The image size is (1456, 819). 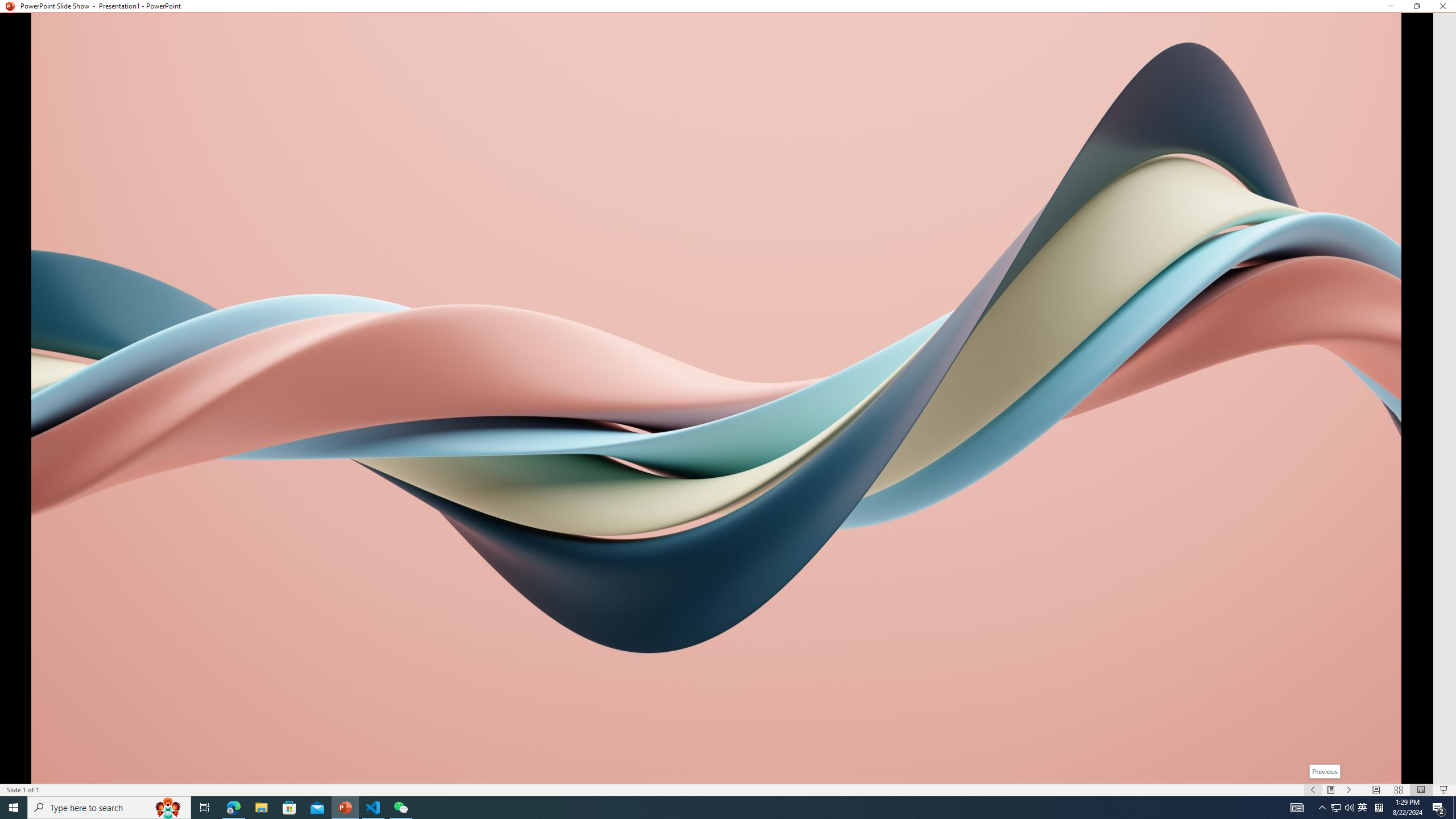 What do you see at coordinates (1349, 790) in the screenshot?
I see `'Slide Show Next On'` at bounding box center [1349, 790].